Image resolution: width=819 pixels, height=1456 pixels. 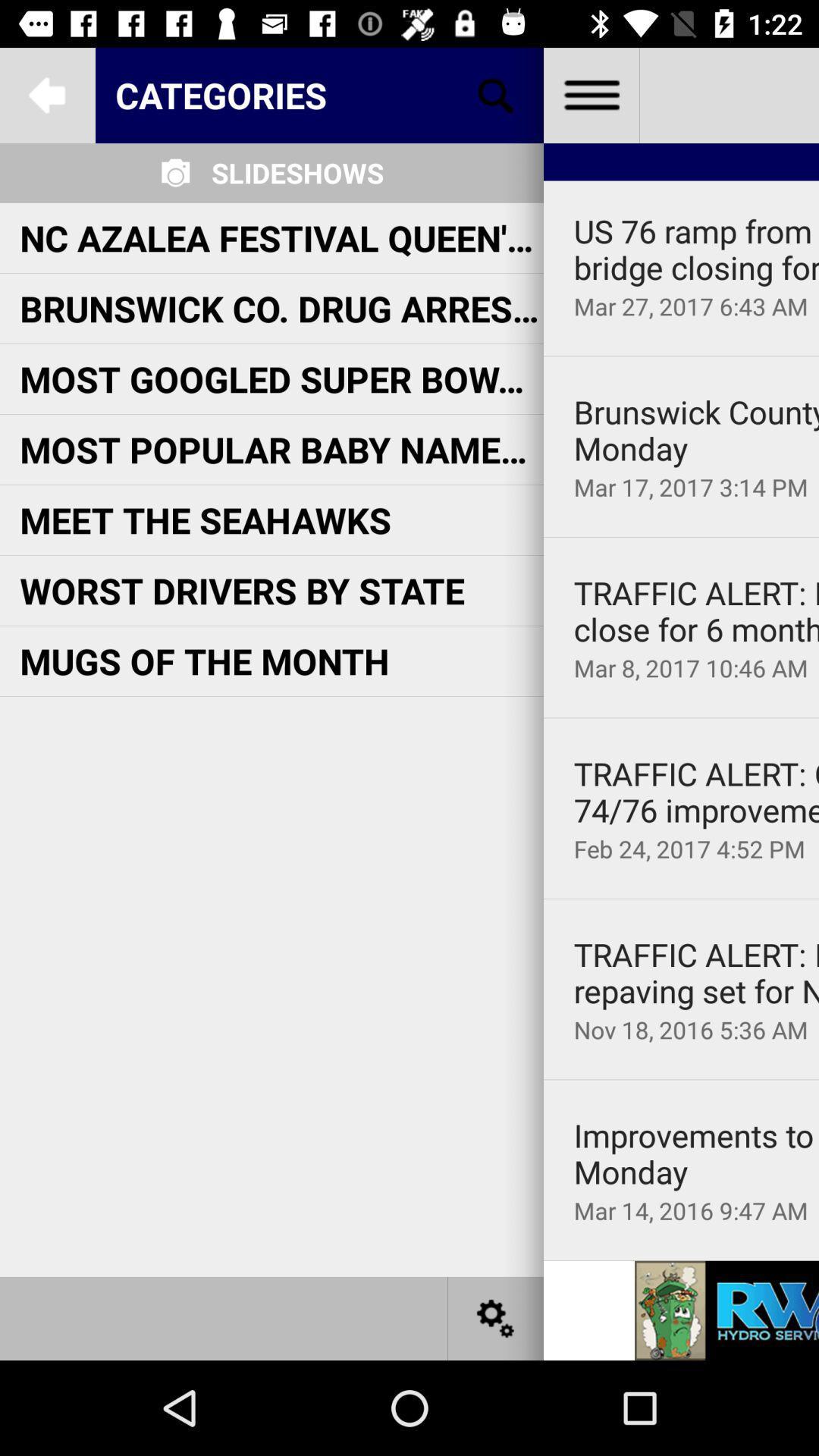 I want to click on the search icon, so click(x=496, y=94).